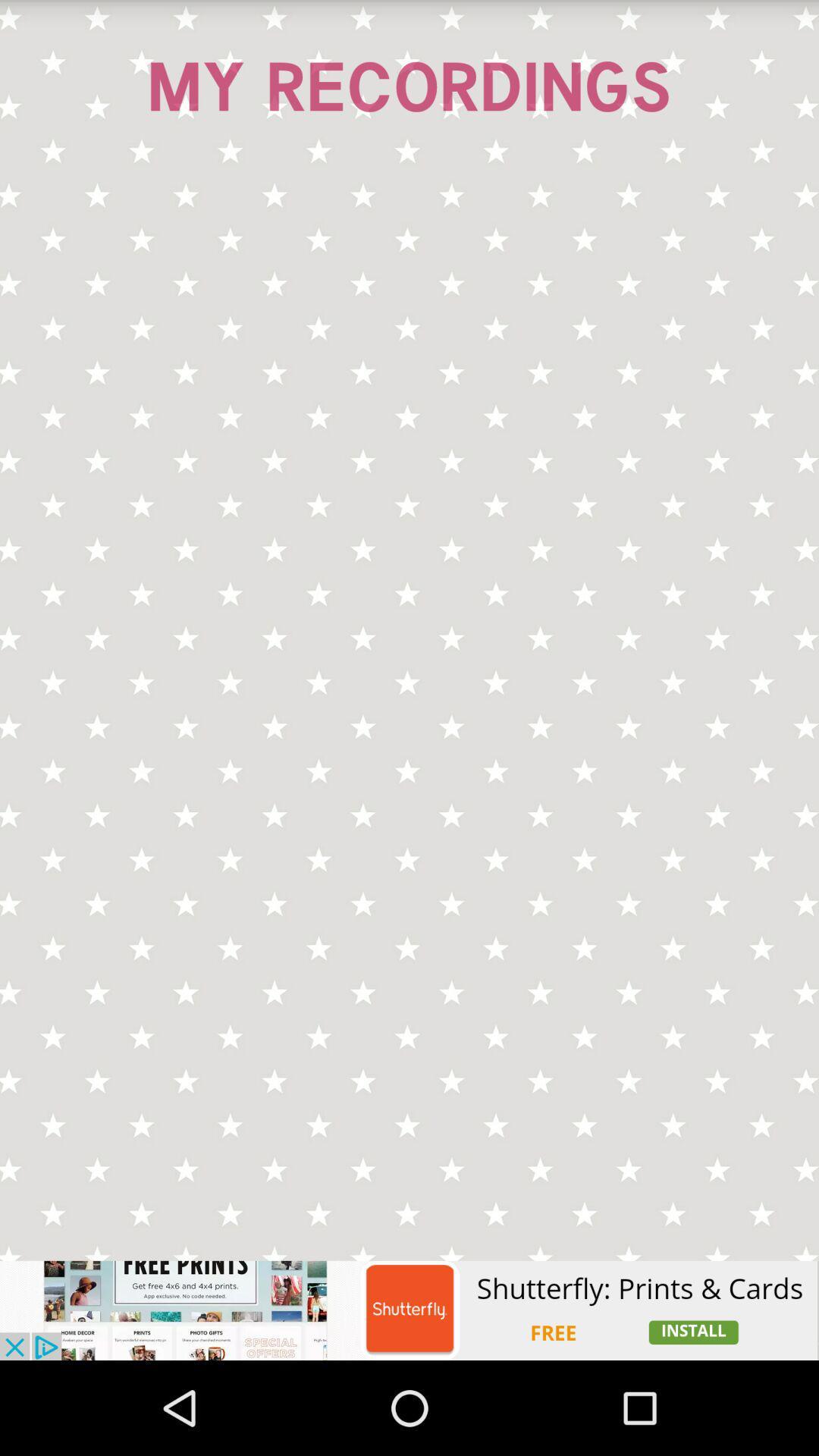 Image resolution: width=819 pixels, height=1456 pixels. I want to click on shutterfly app, so click(409, 1310).